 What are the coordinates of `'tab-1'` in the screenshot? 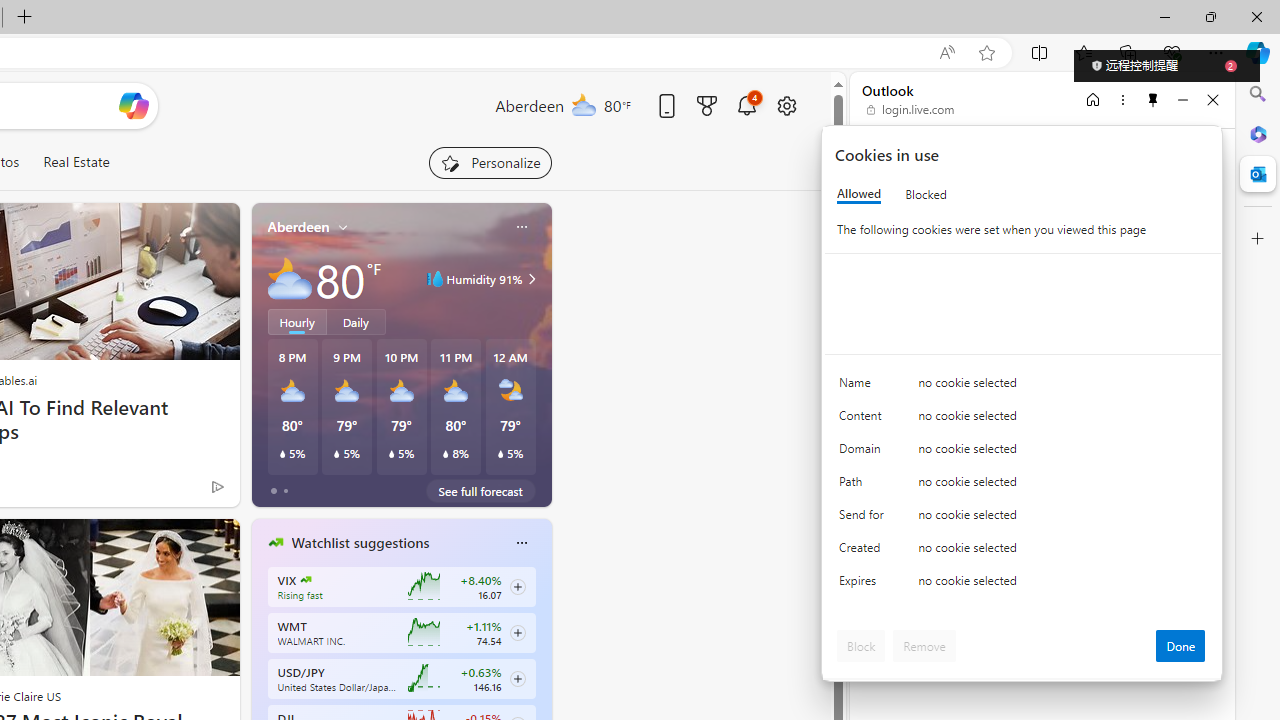 It's located at (284, 491).